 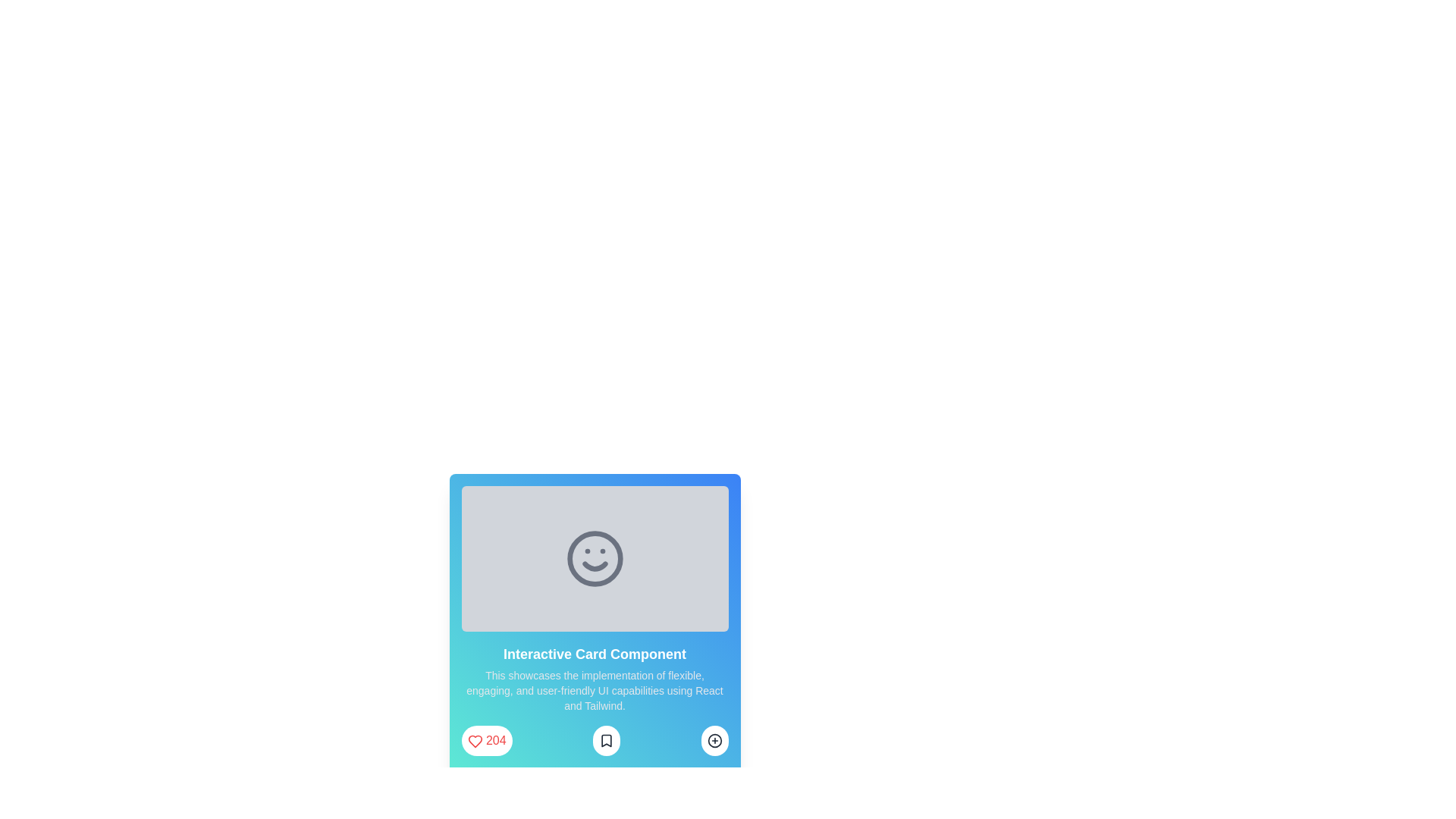 What do you see at coordinates (474, 740) in the screenshot?
I see `the 'like' or 'favorite' icon located at the bottom-left area of the interactive card UI component, which is adjacent to the text label '204'` at bounding box center [474, 740].